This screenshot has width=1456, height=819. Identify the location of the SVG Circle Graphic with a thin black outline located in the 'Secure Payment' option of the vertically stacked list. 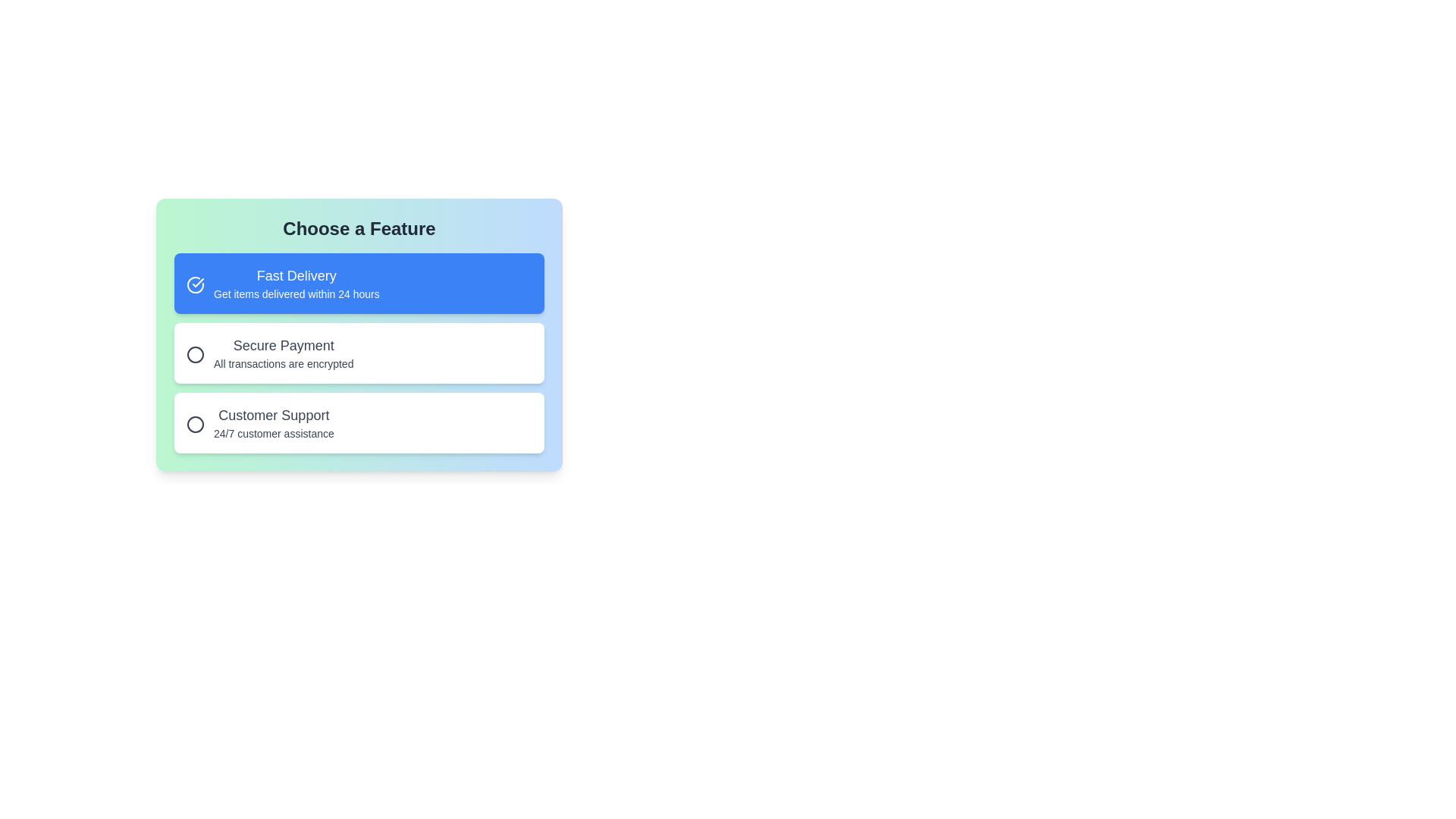
(195, 354).